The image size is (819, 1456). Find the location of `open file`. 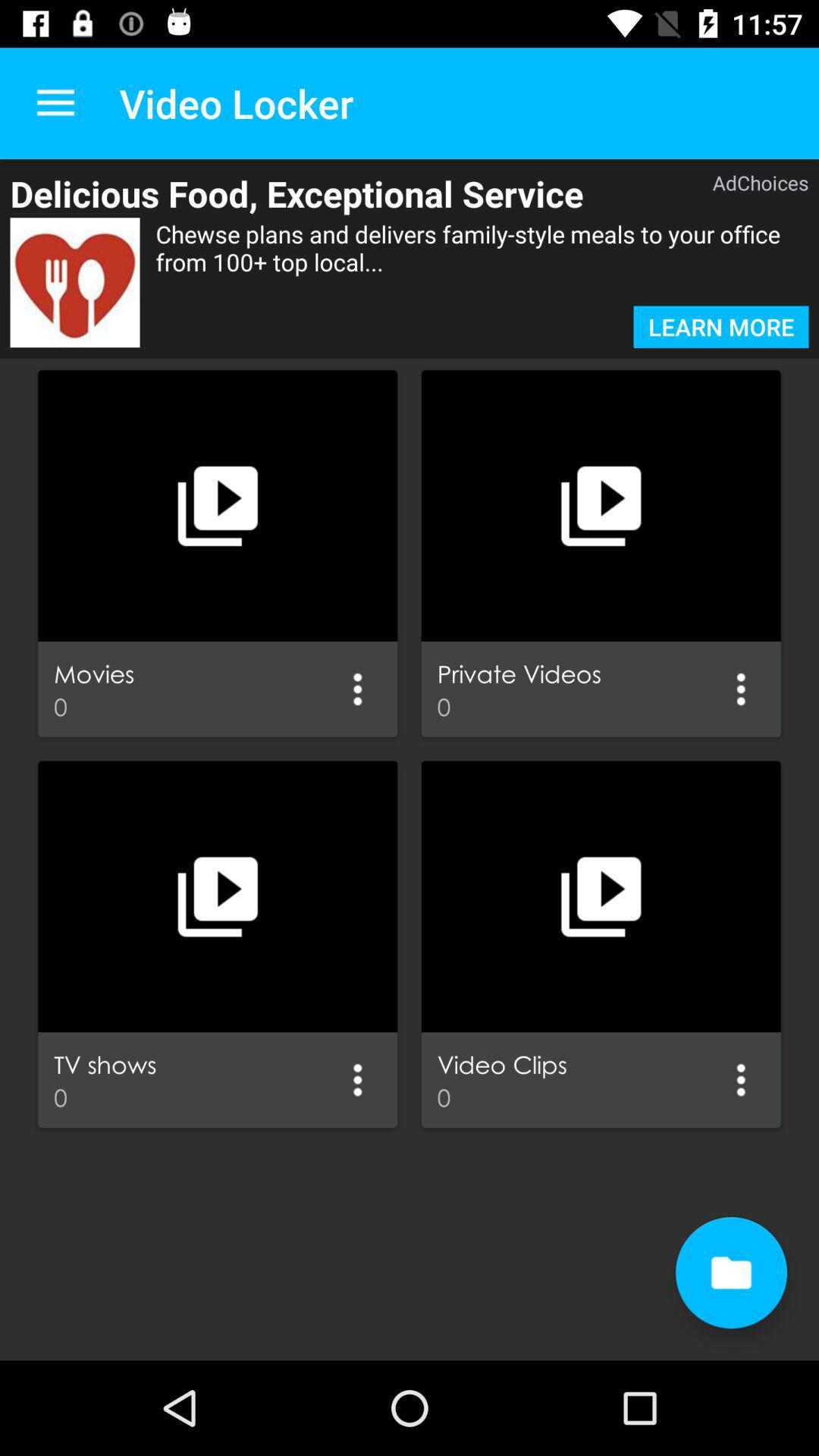

open file is located at coordinates (730, 1272).